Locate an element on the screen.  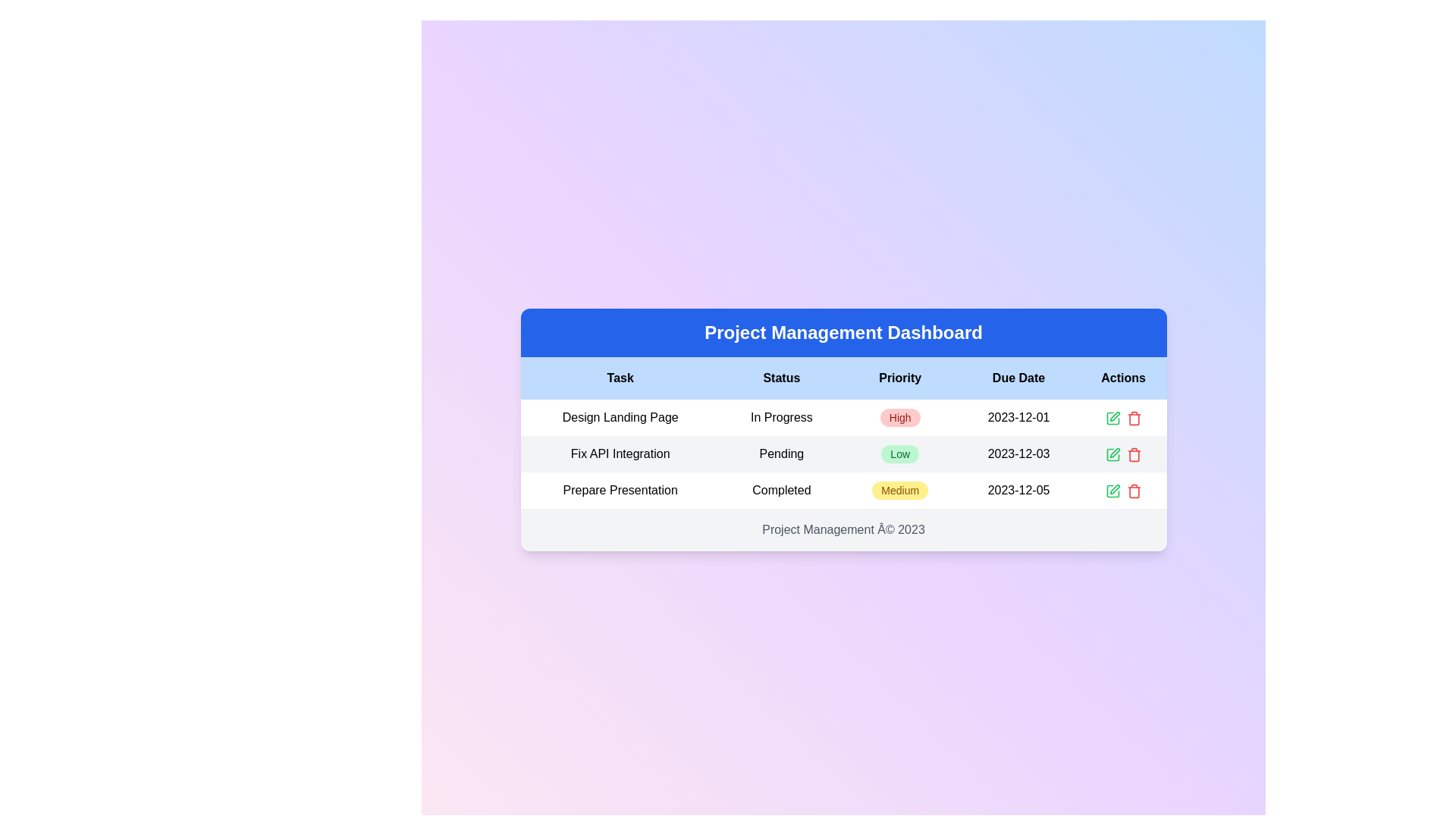
the delete button located in the third row of the table under the 'Actions' column, which is the second icon to the right of the green edit icon is located at coordinates (1134, 453).